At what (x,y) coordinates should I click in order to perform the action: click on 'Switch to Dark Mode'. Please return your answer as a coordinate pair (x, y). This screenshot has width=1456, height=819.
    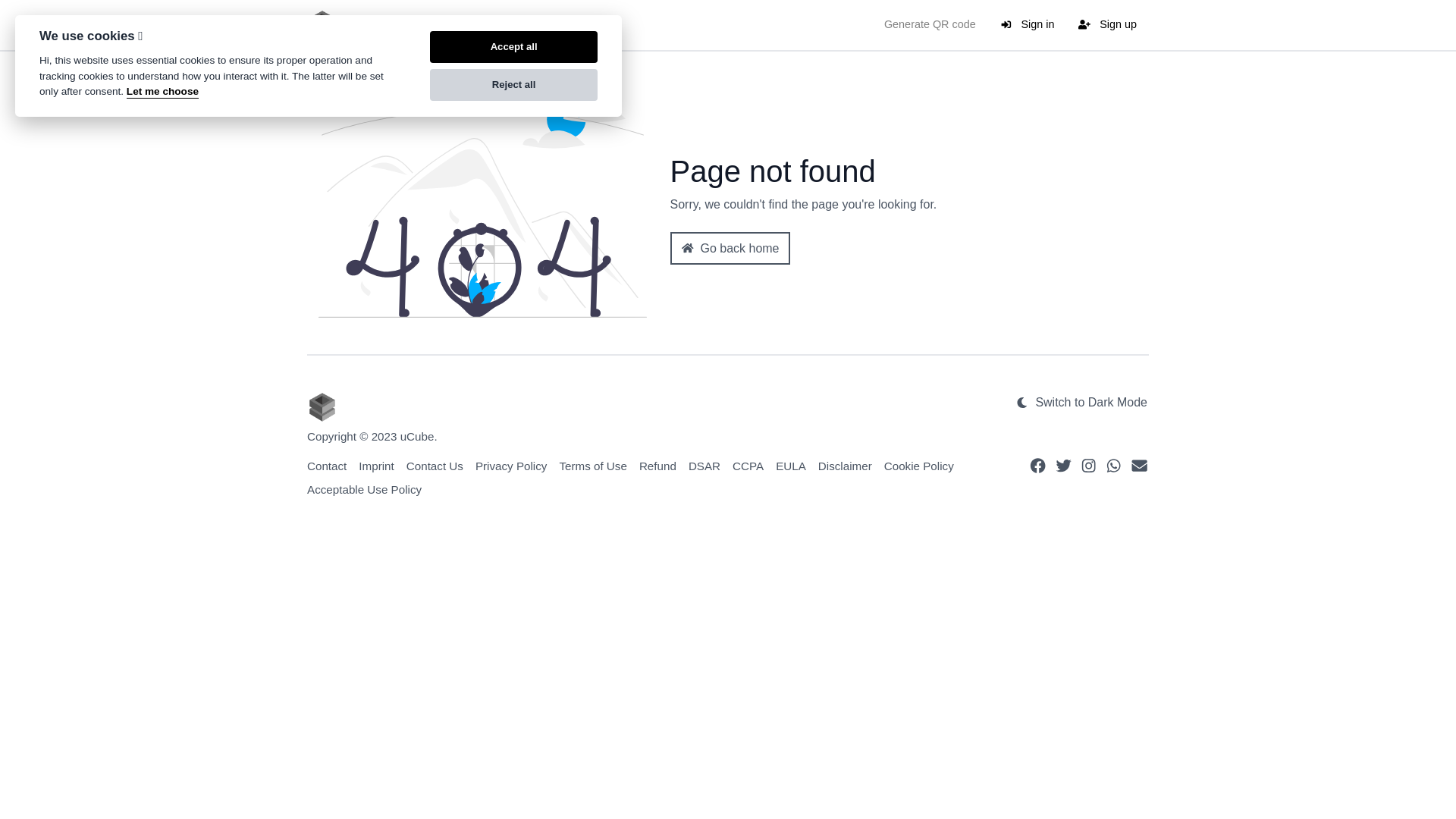
    Looking at the image, I should click on (1080, 402).